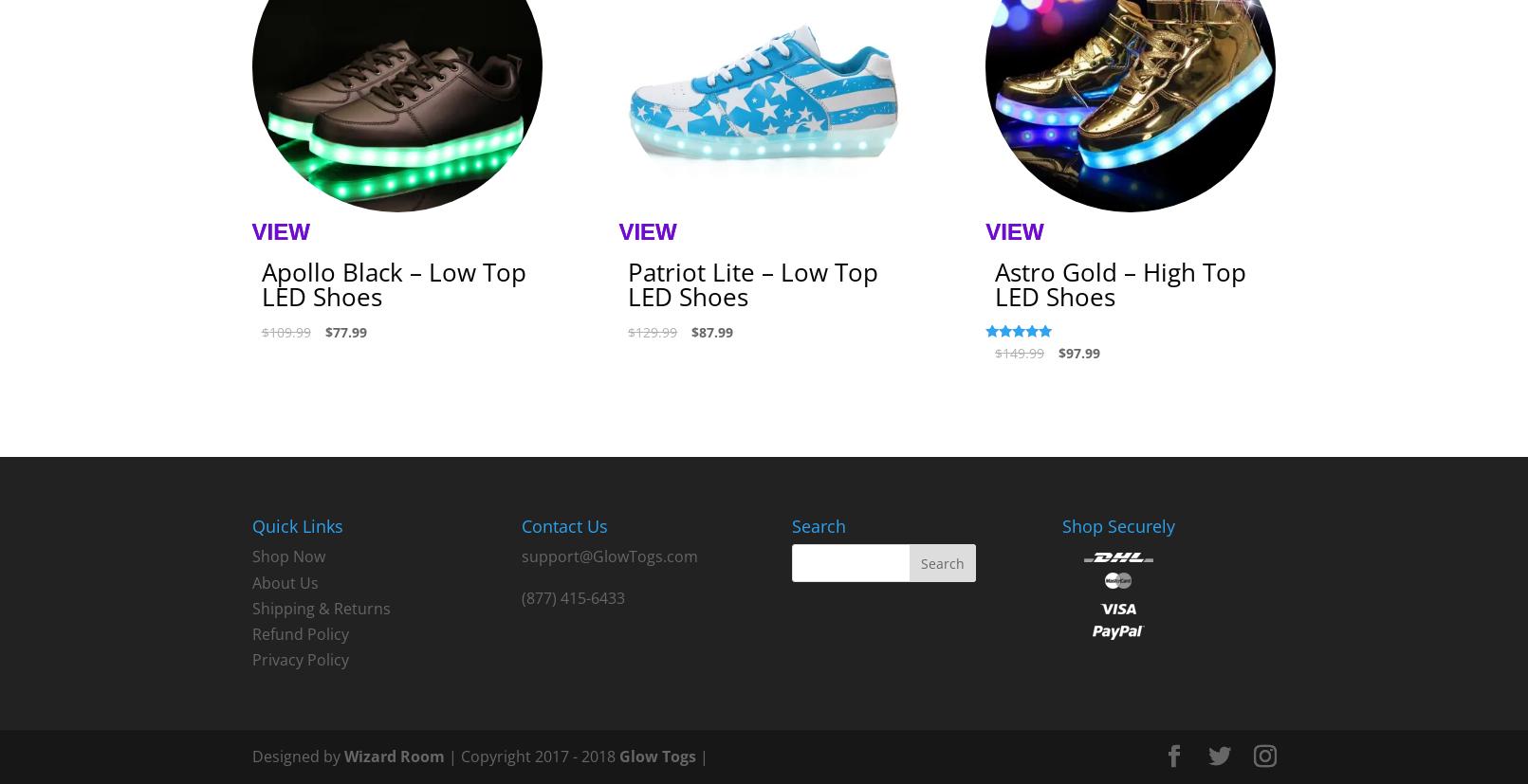 The height and width of the screenshot is (784, 1528). What do you see at coordinates (299, 632) in the screenshot?
I see `'Refund Policy'` at bounding box center [299, 632].